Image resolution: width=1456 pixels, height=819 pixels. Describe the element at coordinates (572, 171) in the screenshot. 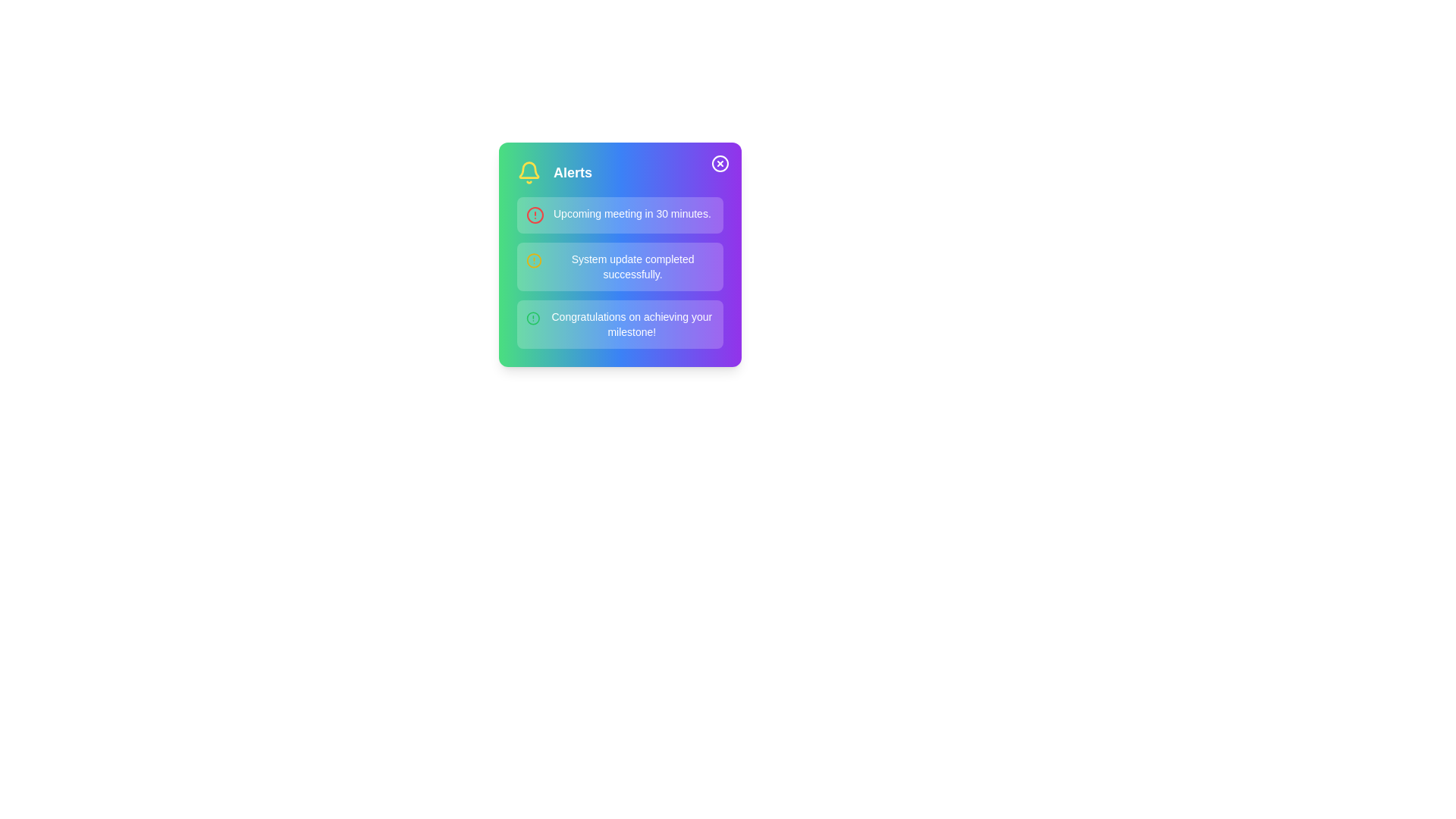

I see `text of the label that serves as the heading or title of the notification section, located centrally in the top portion of the notification card, aligned to the right of a bell icon` at that location.